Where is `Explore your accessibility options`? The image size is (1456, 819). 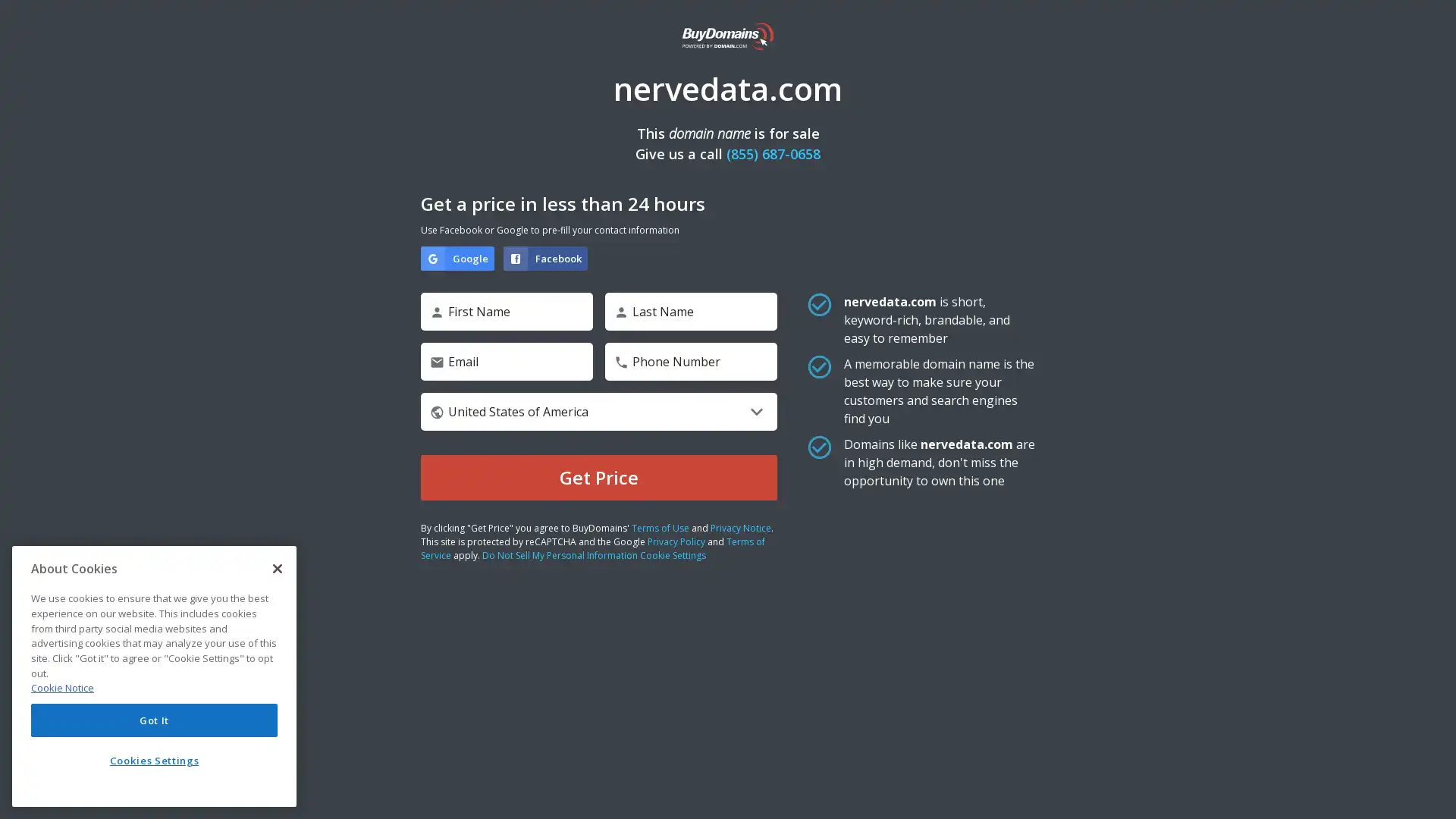 Explore your accessibility options is located at coordinates (1430, 792).